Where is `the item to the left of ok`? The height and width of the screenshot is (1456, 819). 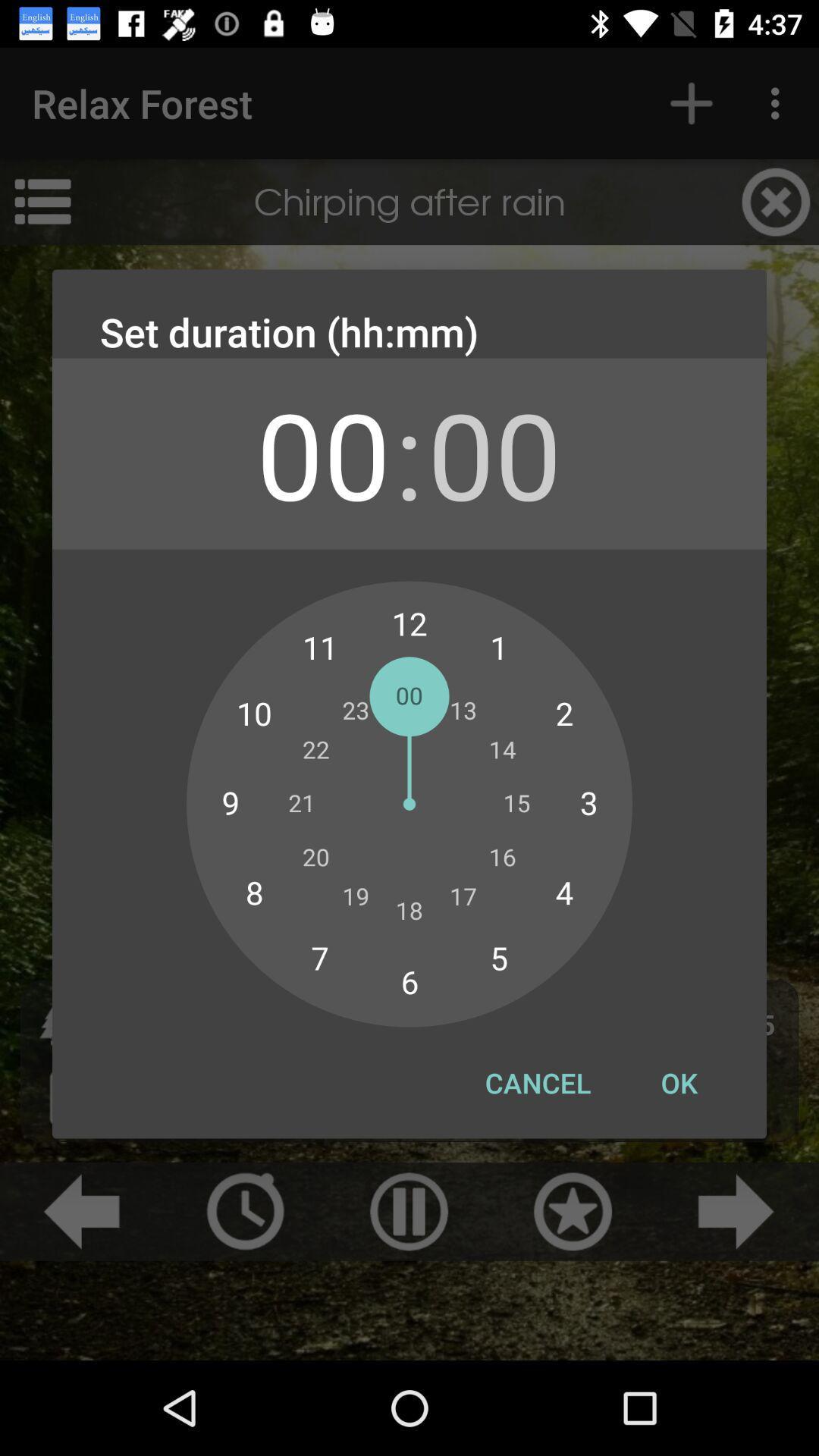 the item to the left of ok is located at coordinates (537, 1082).